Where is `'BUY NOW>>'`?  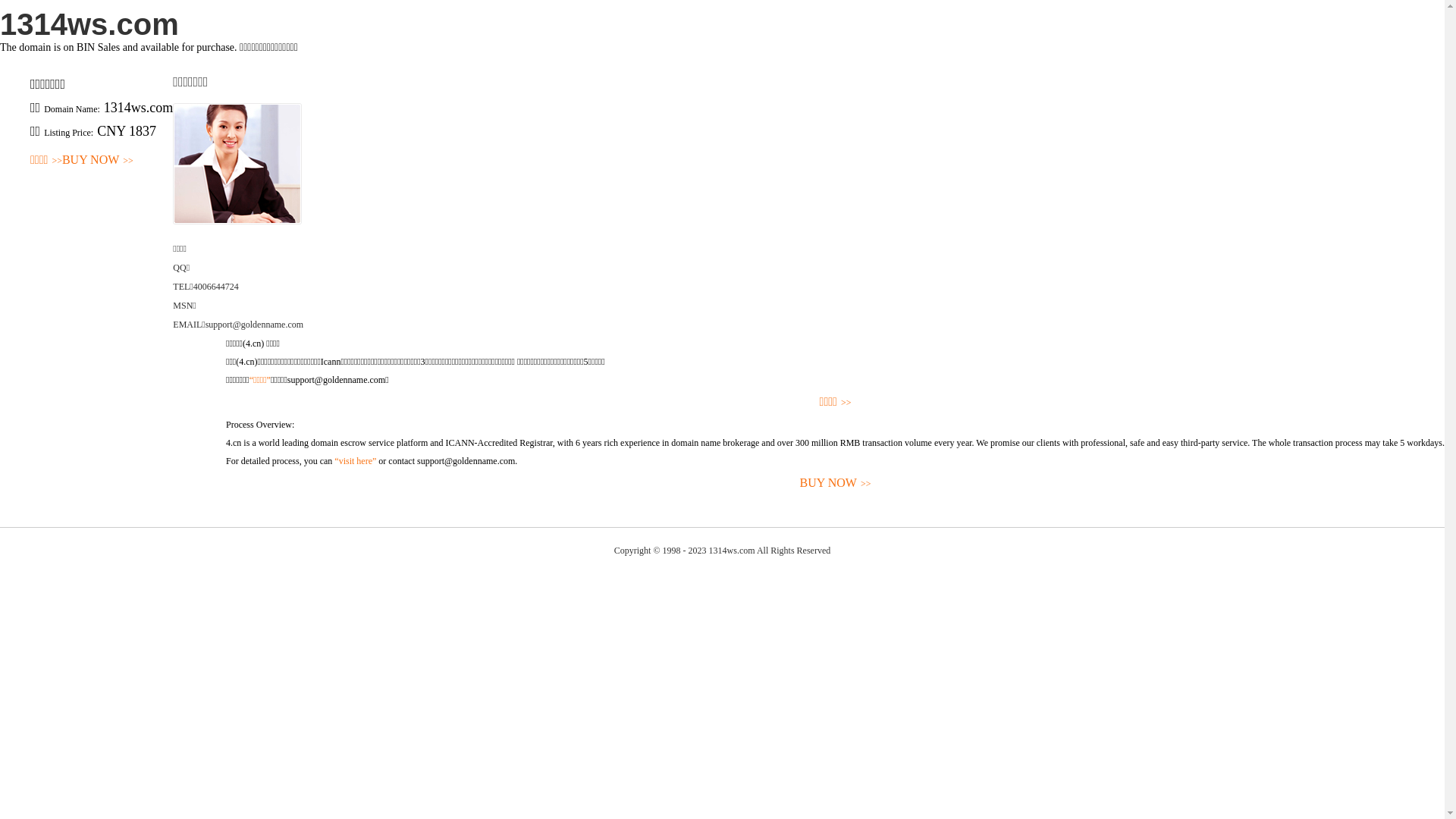 'BUY NOW>>' is located at coordinates (97, 160).